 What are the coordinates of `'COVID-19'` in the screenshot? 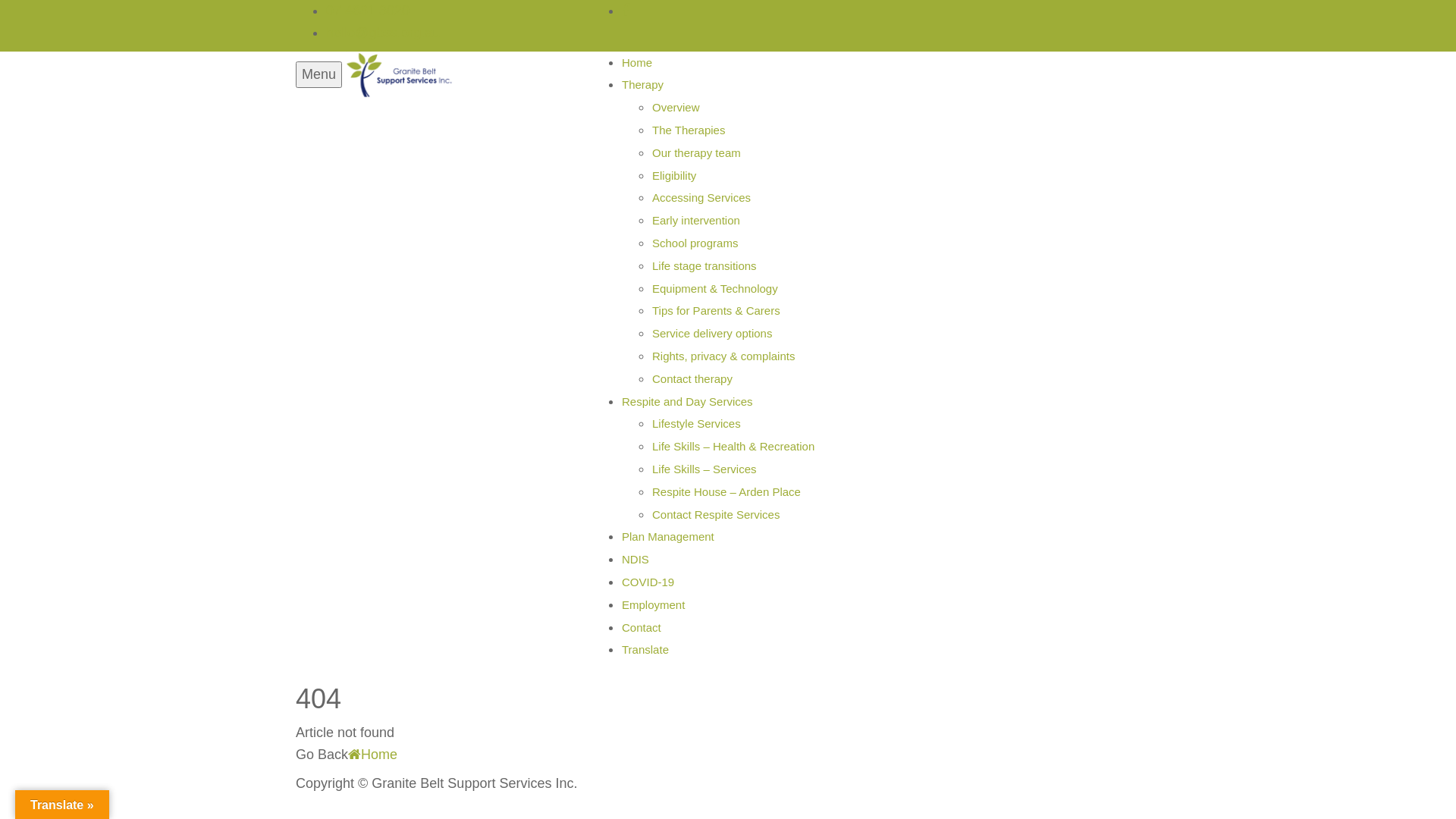 It's located at (648, 581).